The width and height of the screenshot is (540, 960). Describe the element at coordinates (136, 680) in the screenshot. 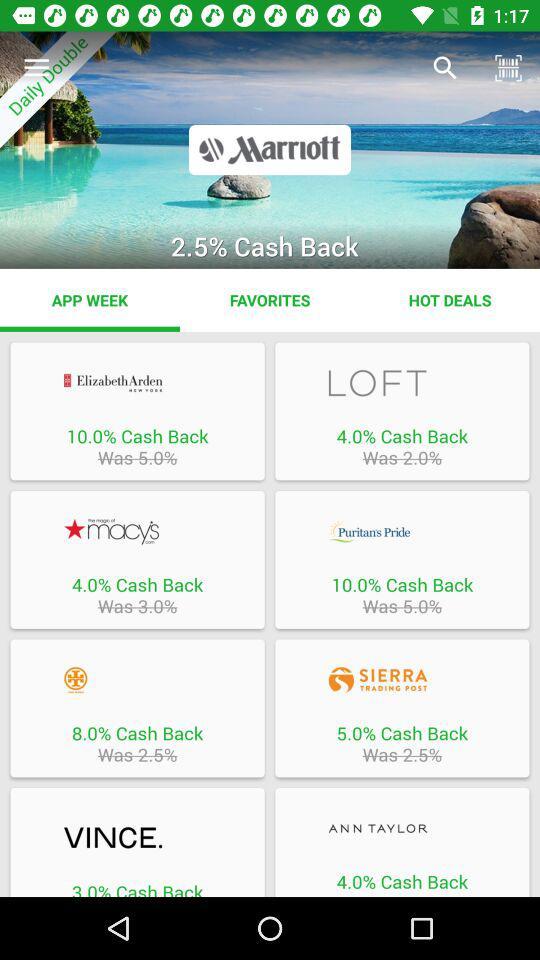

I see `see the companies website` at that location.